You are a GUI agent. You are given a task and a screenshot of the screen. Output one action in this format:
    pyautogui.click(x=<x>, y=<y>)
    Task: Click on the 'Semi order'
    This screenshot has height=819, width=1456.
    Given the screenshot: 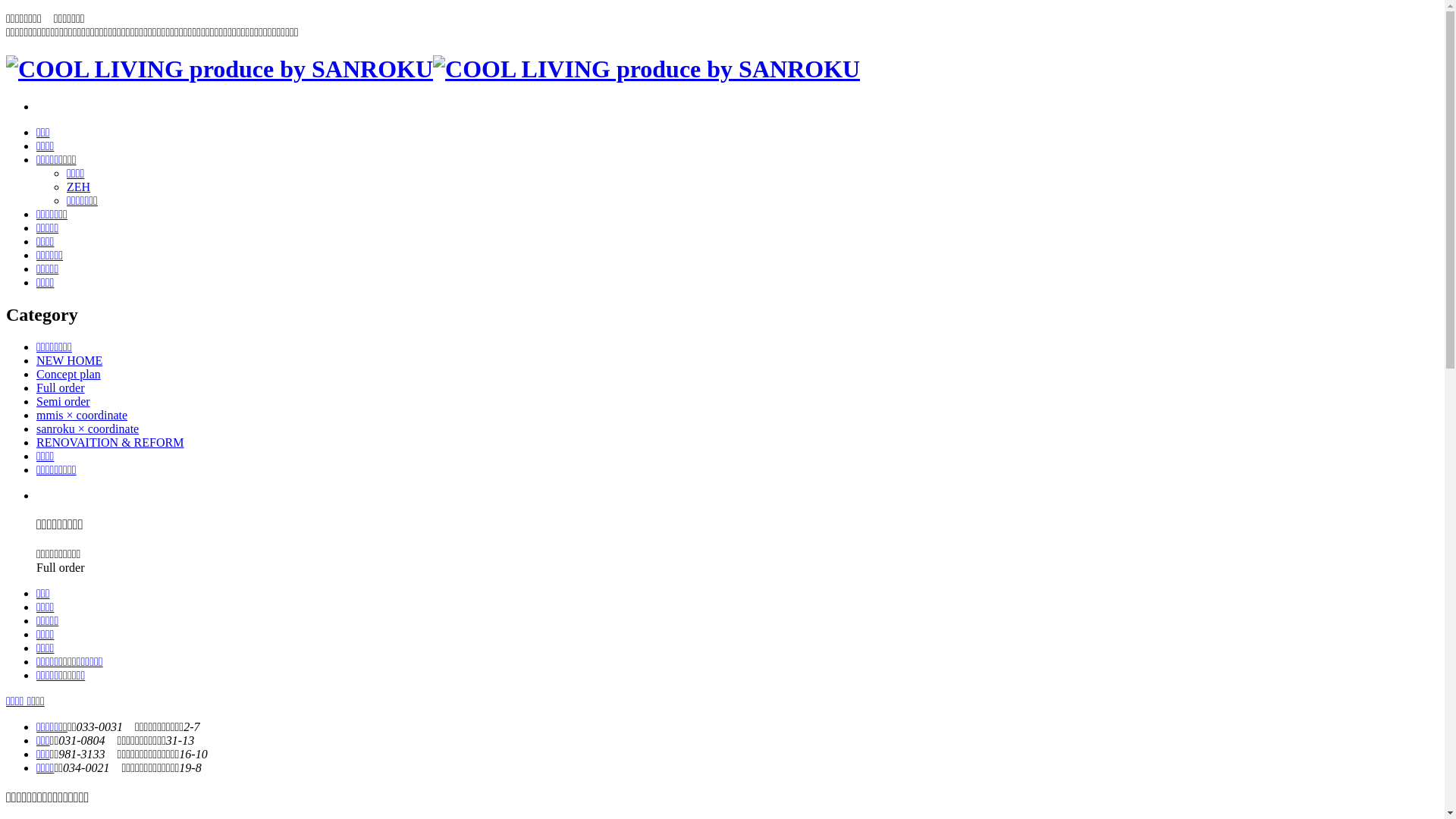 What is the action you would take?
    pyautogui.click(x=62, y=400)
    